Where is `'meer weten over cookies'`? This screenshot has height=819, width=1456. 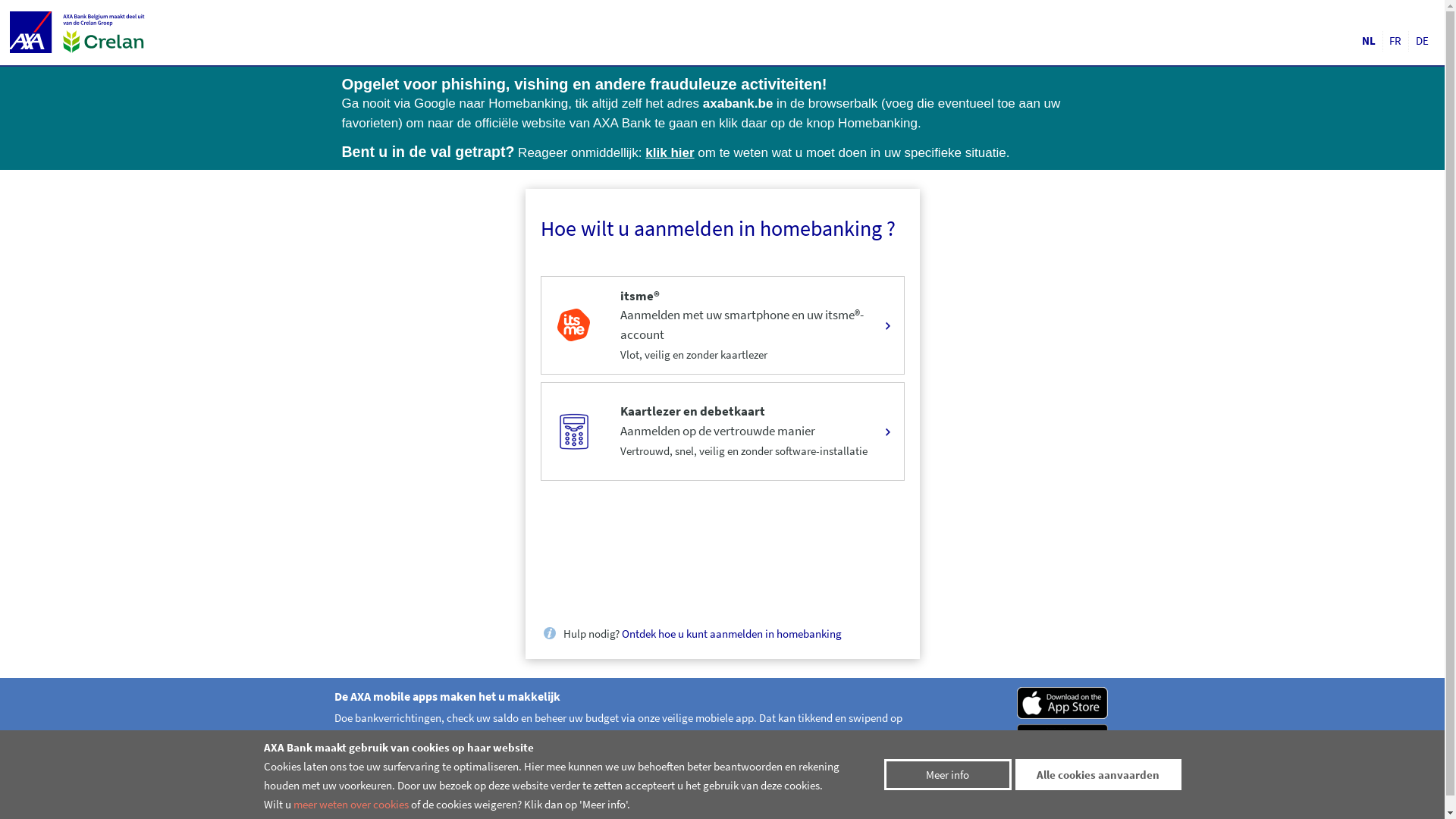 'meer weten over cookies' is located at coordinates (349, 803).